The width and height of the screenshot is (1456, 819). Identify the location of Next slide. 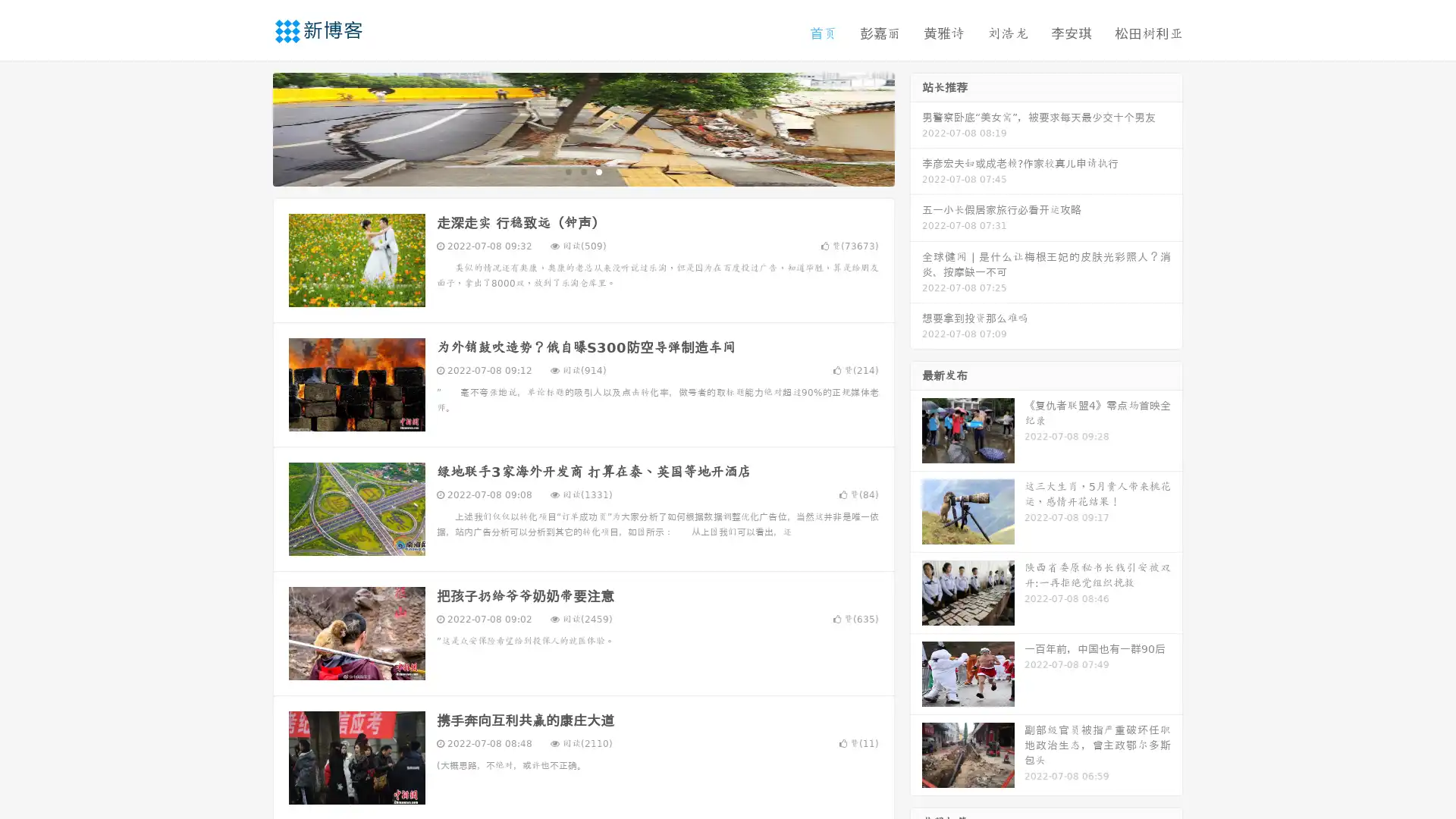
(916, 127).